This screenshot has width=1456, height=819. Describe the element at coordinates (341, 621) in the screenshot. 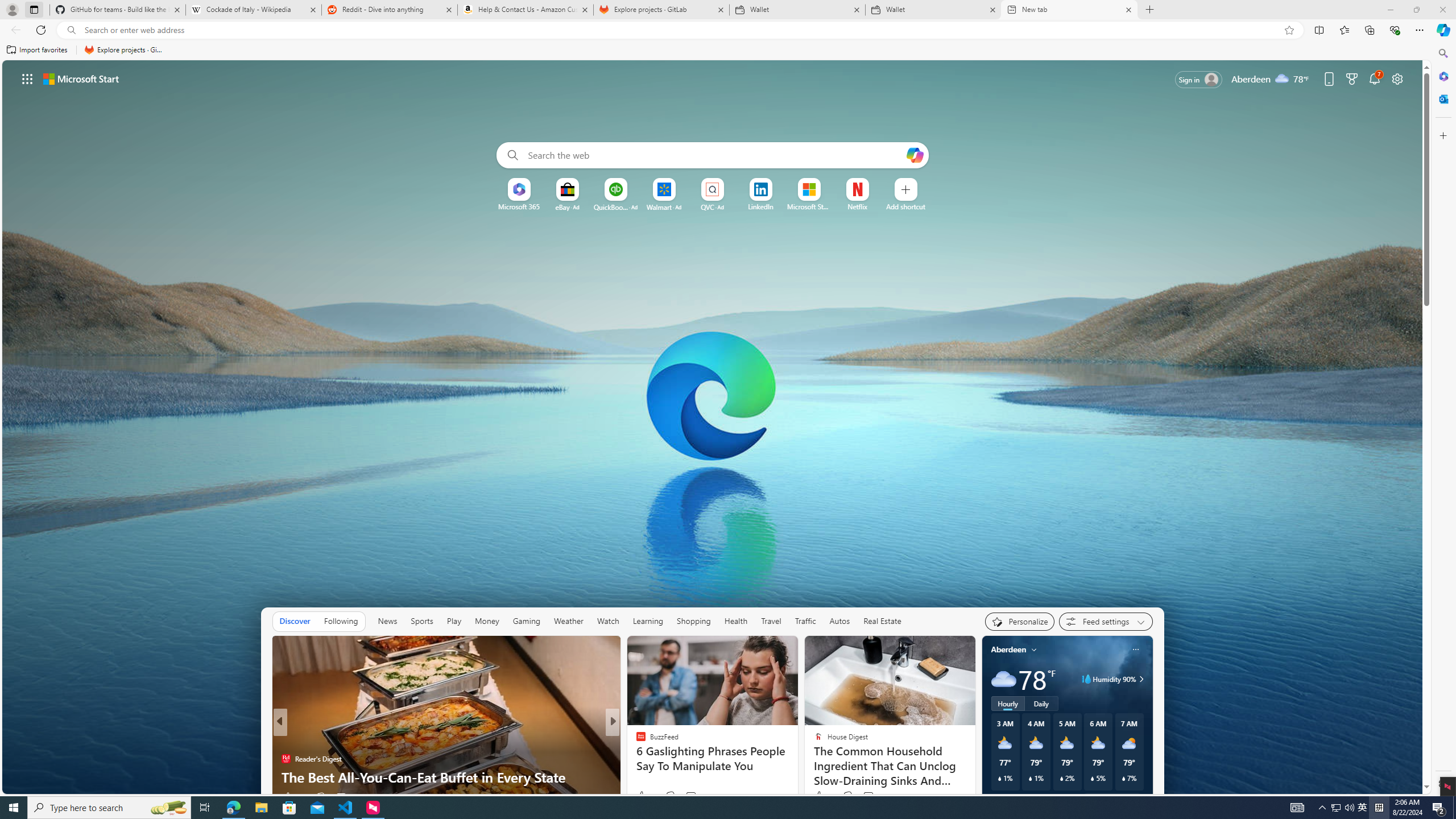

I see `'Following'` at that location.